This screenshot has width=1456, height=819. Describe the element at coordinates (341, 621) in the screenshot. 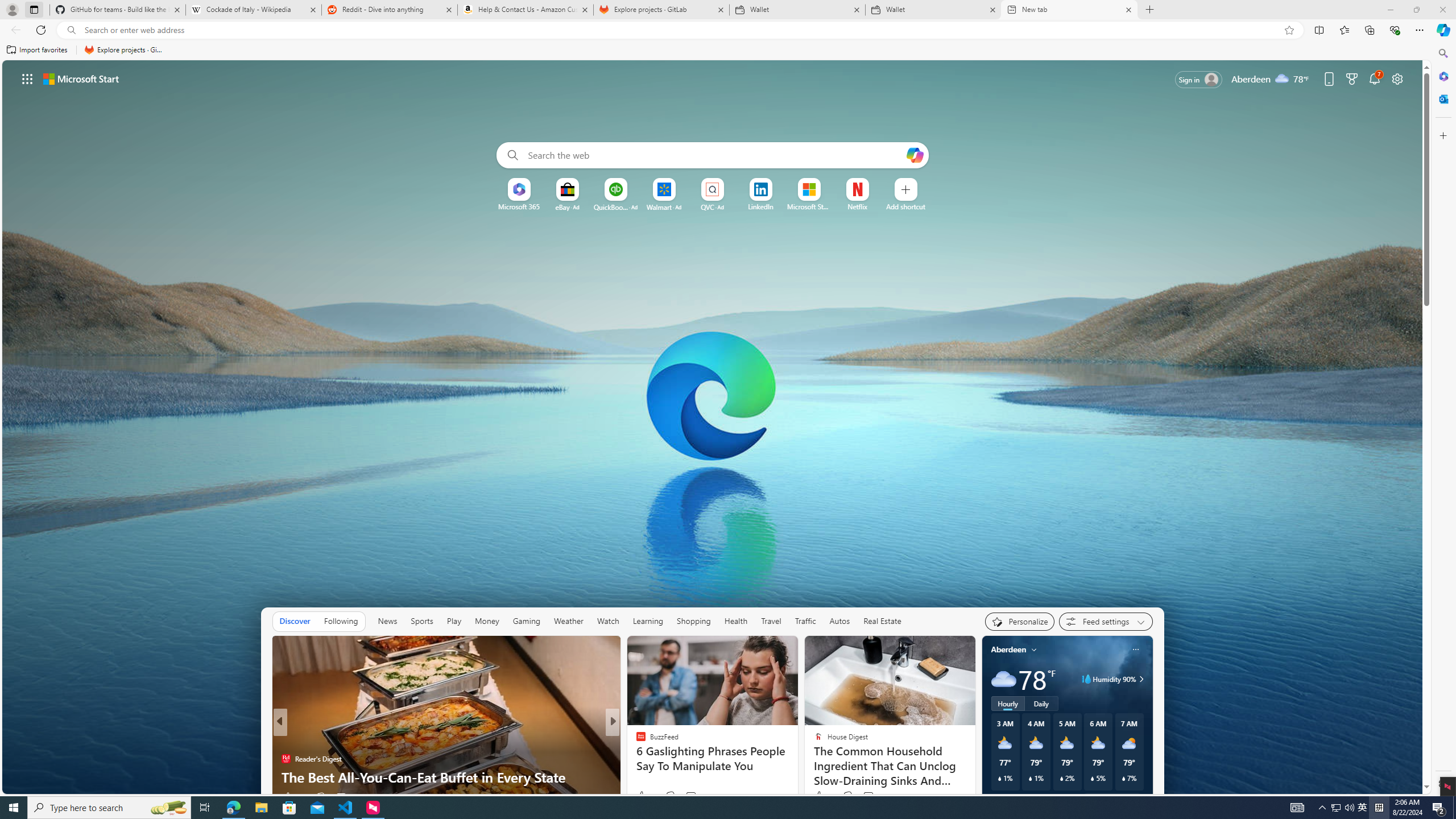

I see `'Following'` at that location.